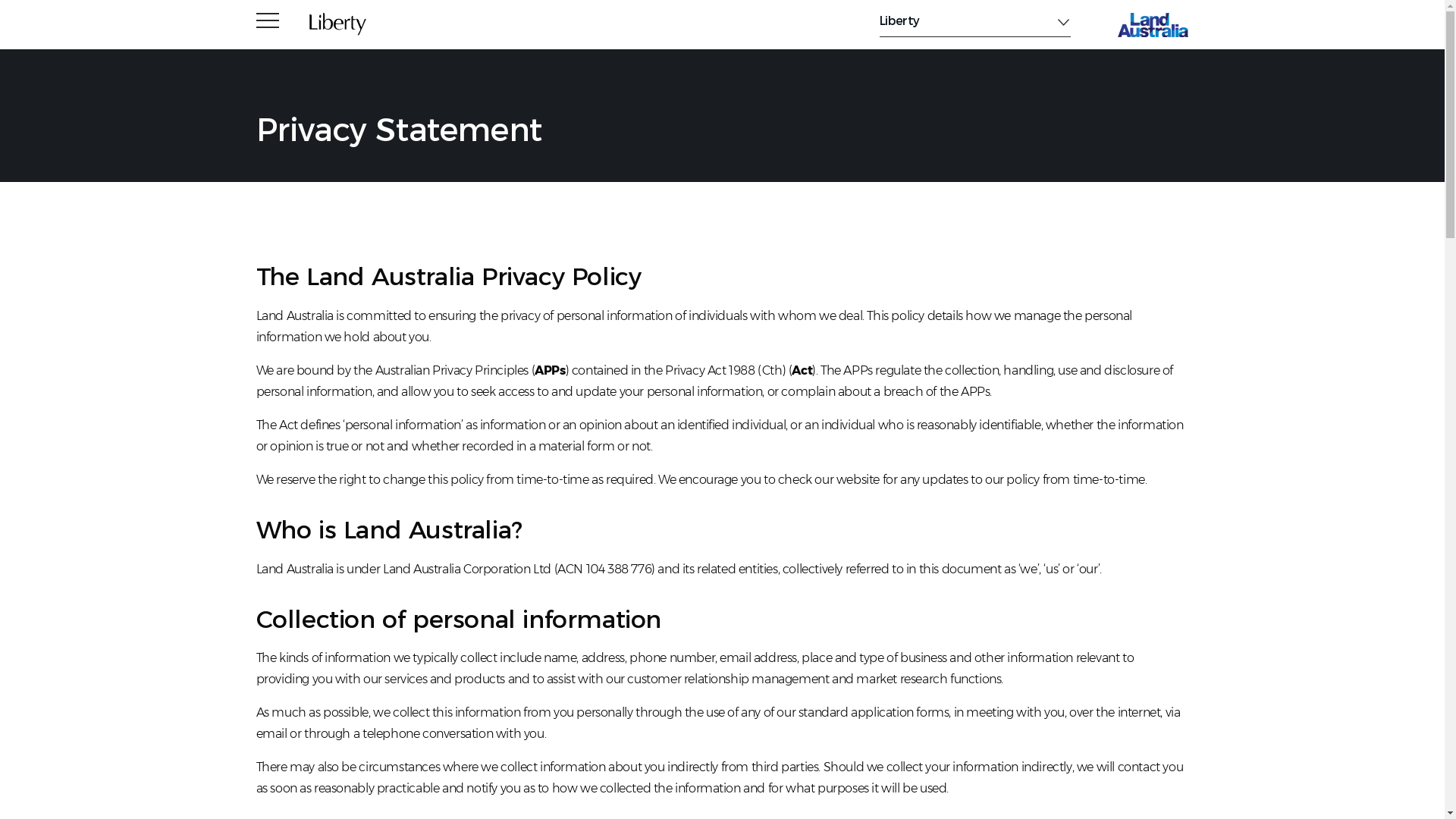  I want to click on 'Liberty', so click(975, 20).